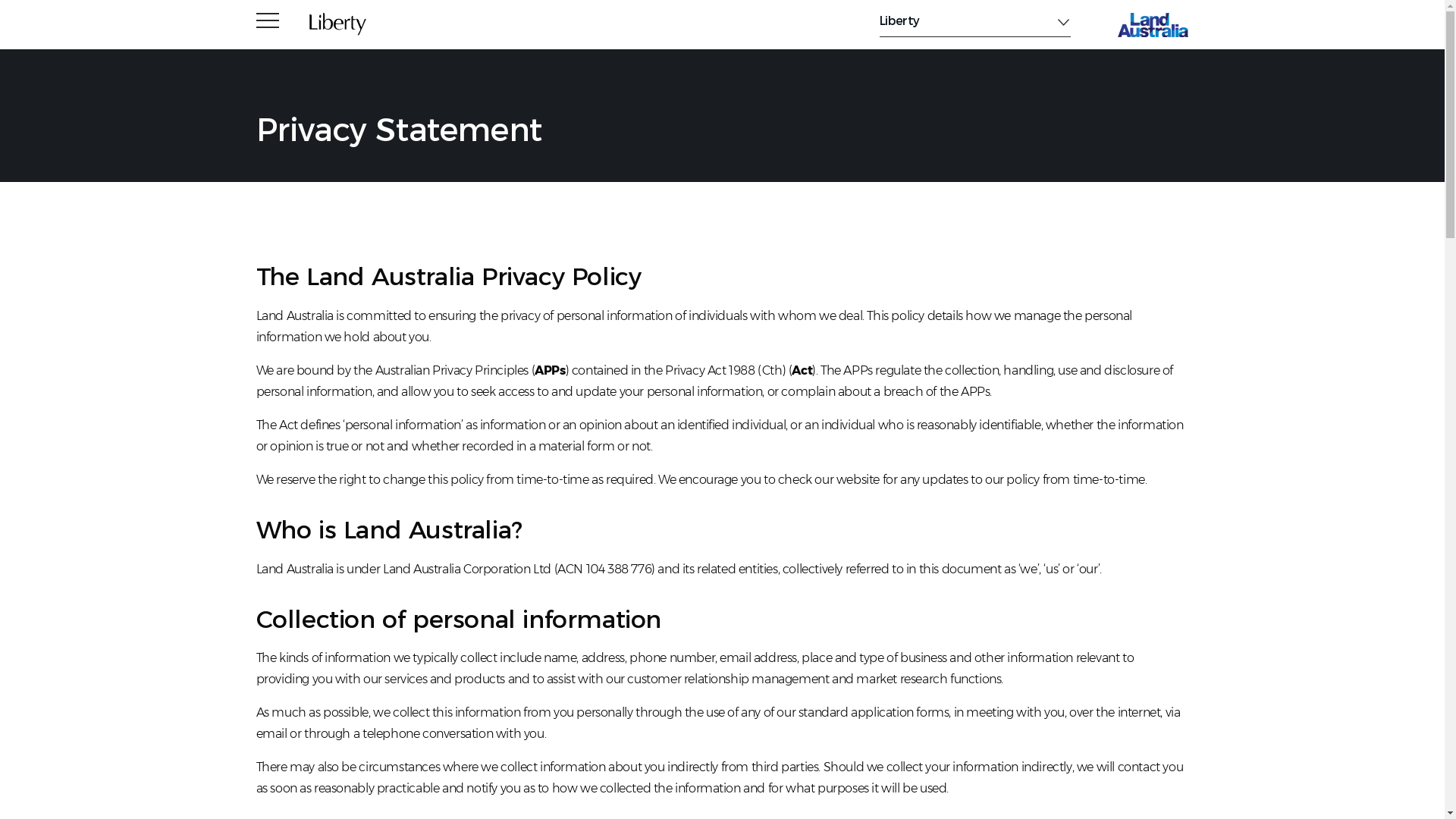  I want to click on 'Liberty', so click(975, 20).